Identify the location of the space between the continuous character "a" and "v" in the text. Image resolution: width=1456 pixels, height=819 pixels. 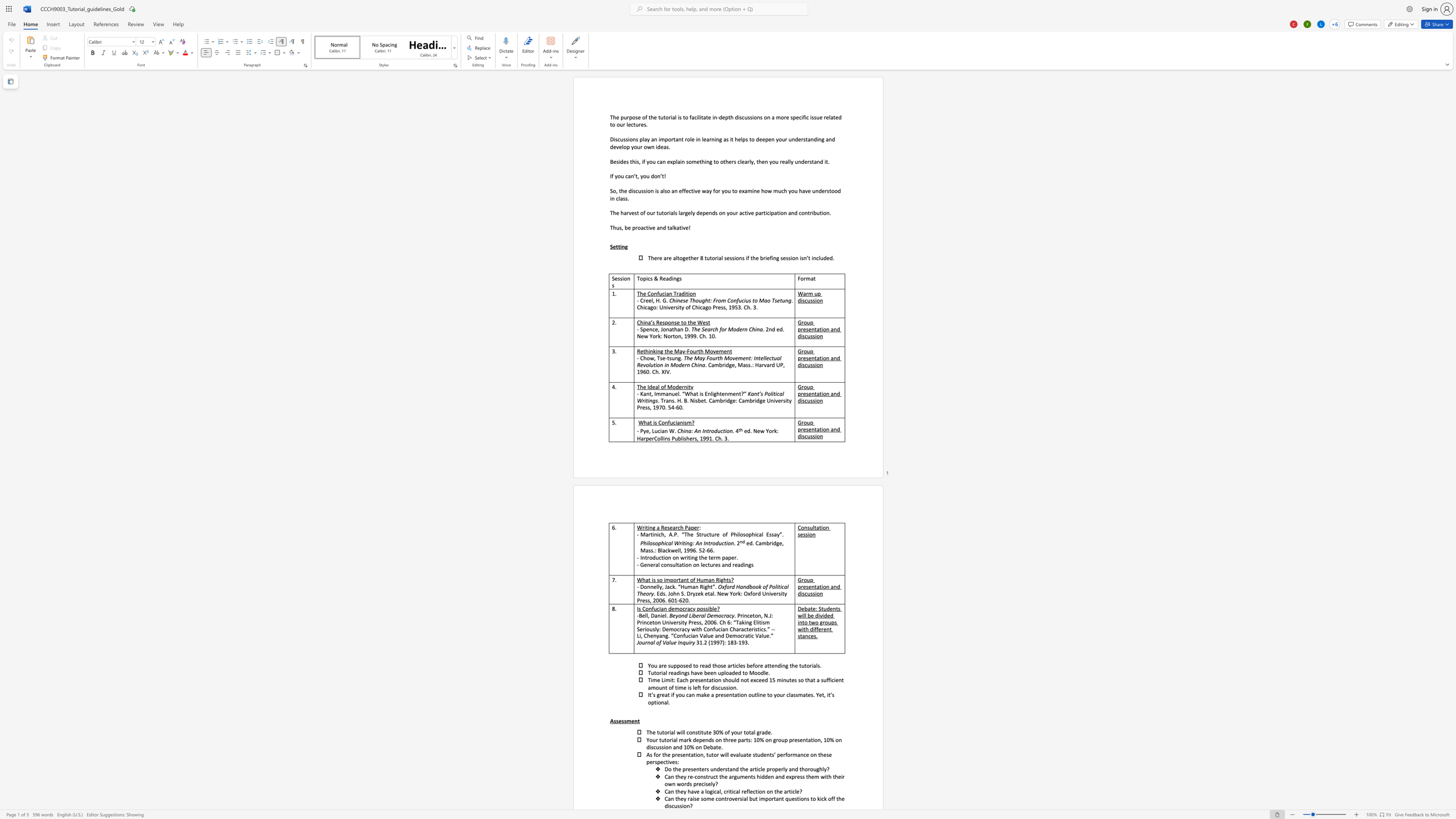
(805, 190).